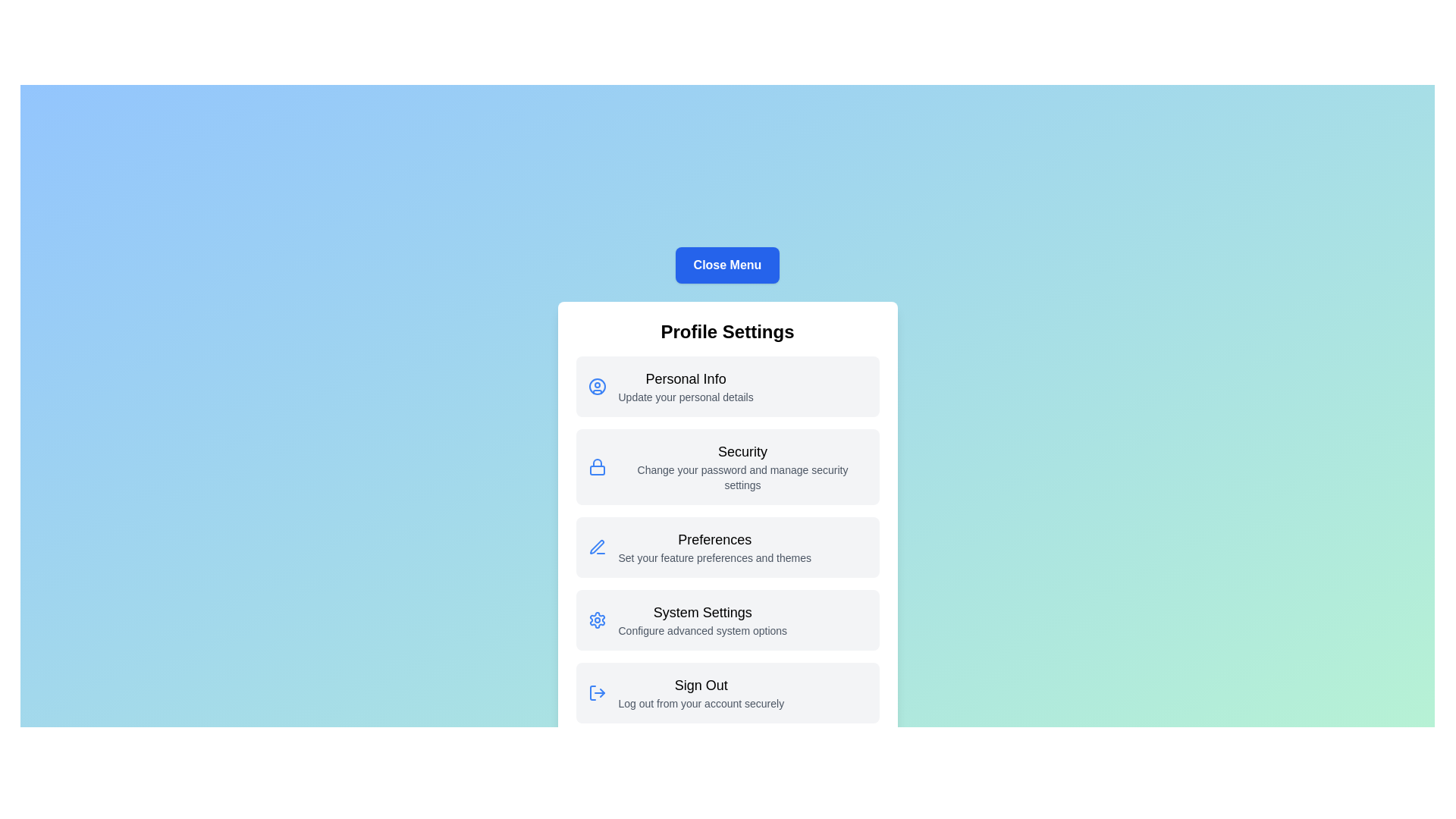 This screenshot has height=819, width=1456. What do you see at coordinates (726, 620) in the screenshot?
I see `the menu item labeled System Settings for detailed actions` at bounding box center [726, 620].